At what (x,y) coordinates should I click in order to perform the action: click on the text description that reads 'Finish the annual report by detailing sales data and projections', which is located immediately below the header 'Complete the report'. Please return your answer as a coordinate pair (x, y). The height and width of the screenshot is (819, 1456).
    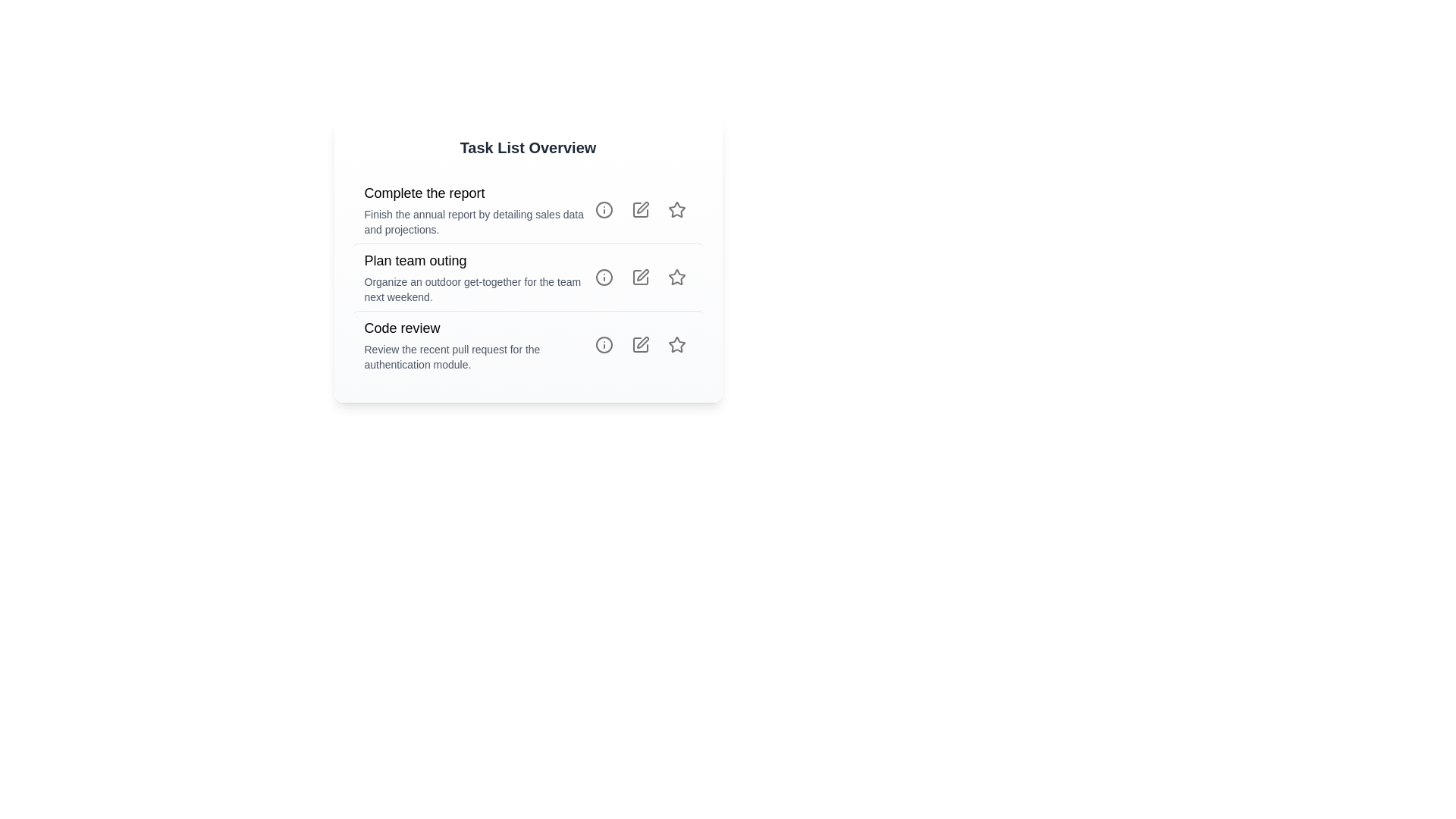
    Looking at the image, I should click on (475, 222).